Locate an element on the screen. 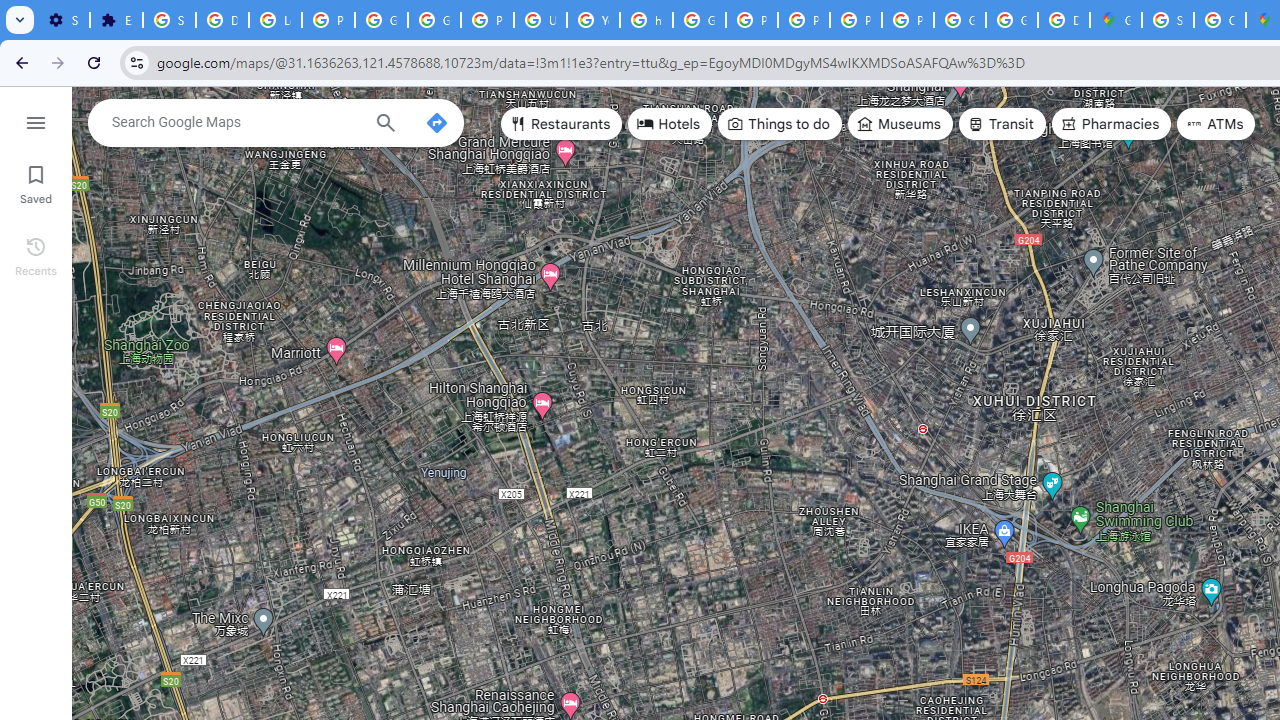 This screenshot has height=720, width=1280. 'Google Account Help' is located at coordinates (381, 20).